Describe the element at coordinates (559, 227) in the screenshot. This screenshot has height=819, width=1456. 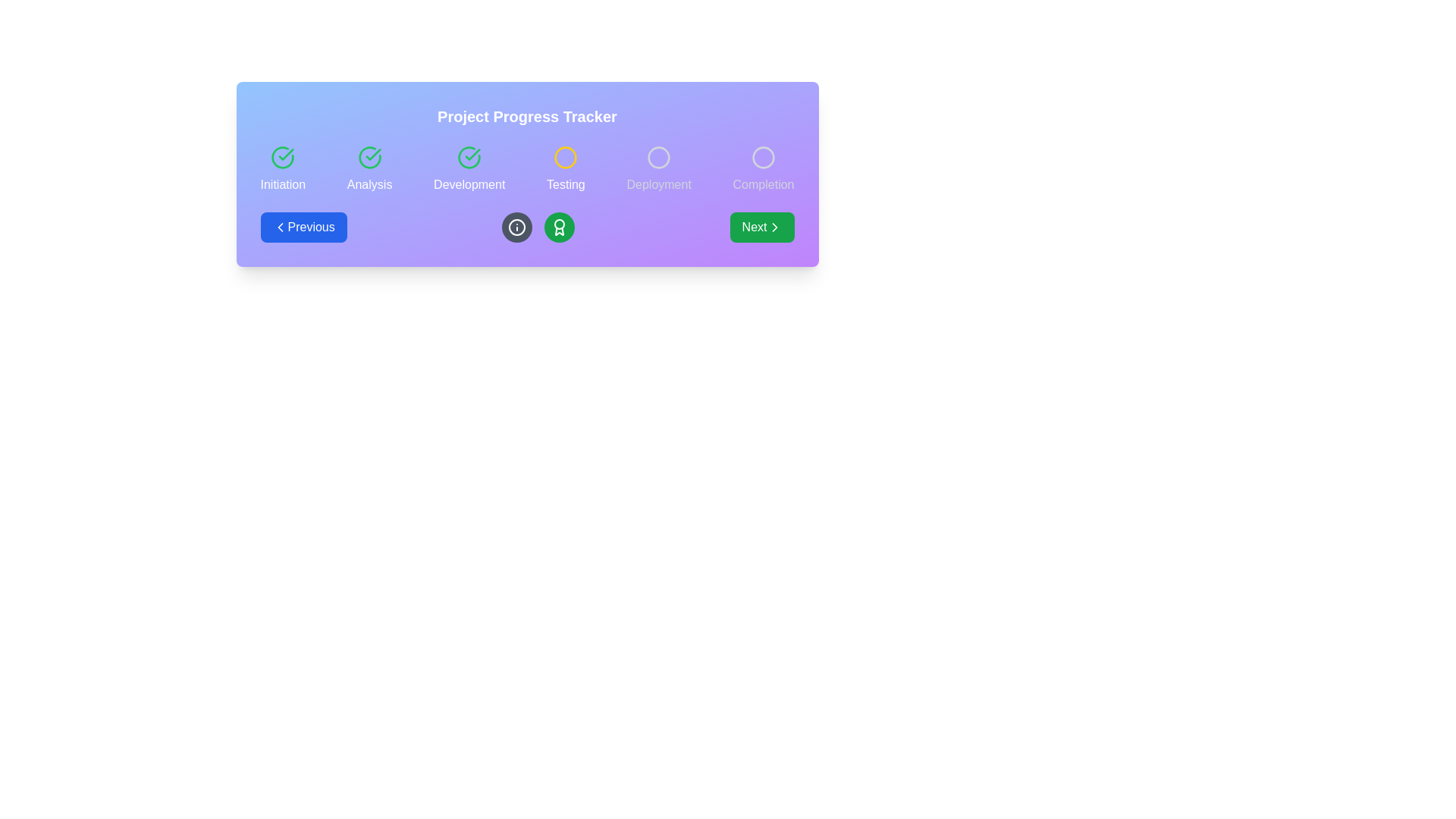
I see `the circular green badge containing the white award icon, located centrally in the bottom row of the interface, to the right of the 'i' icon and to the left of the 'Testing' progress step indicator` at that location.